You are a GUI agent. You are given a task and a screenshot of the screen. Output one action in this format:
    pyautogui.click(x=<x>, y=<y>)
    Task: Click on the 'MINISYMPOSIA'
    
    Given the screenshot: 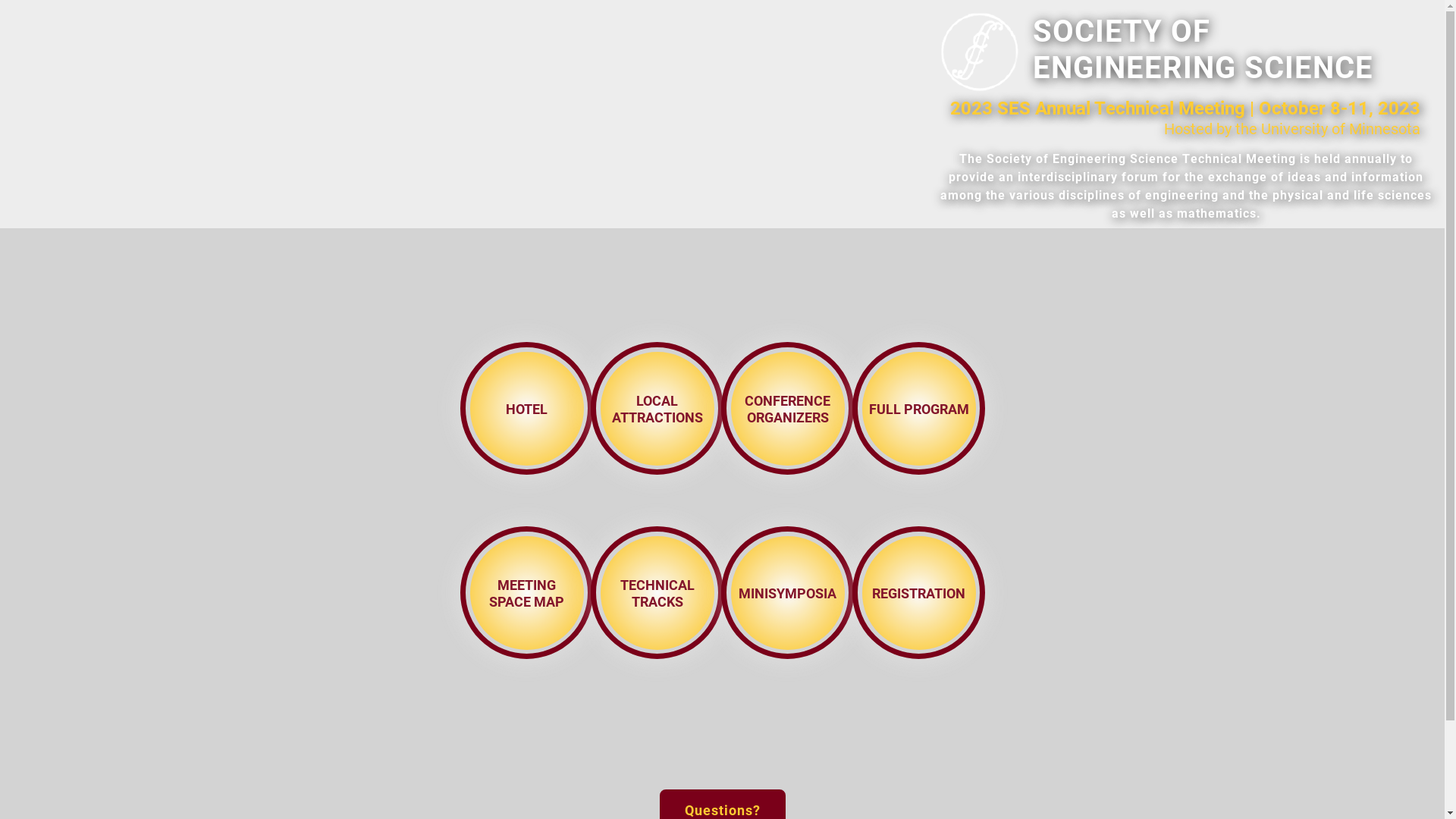 What is the action you would take?
    pyautogui.click(x=787, y=591)
    